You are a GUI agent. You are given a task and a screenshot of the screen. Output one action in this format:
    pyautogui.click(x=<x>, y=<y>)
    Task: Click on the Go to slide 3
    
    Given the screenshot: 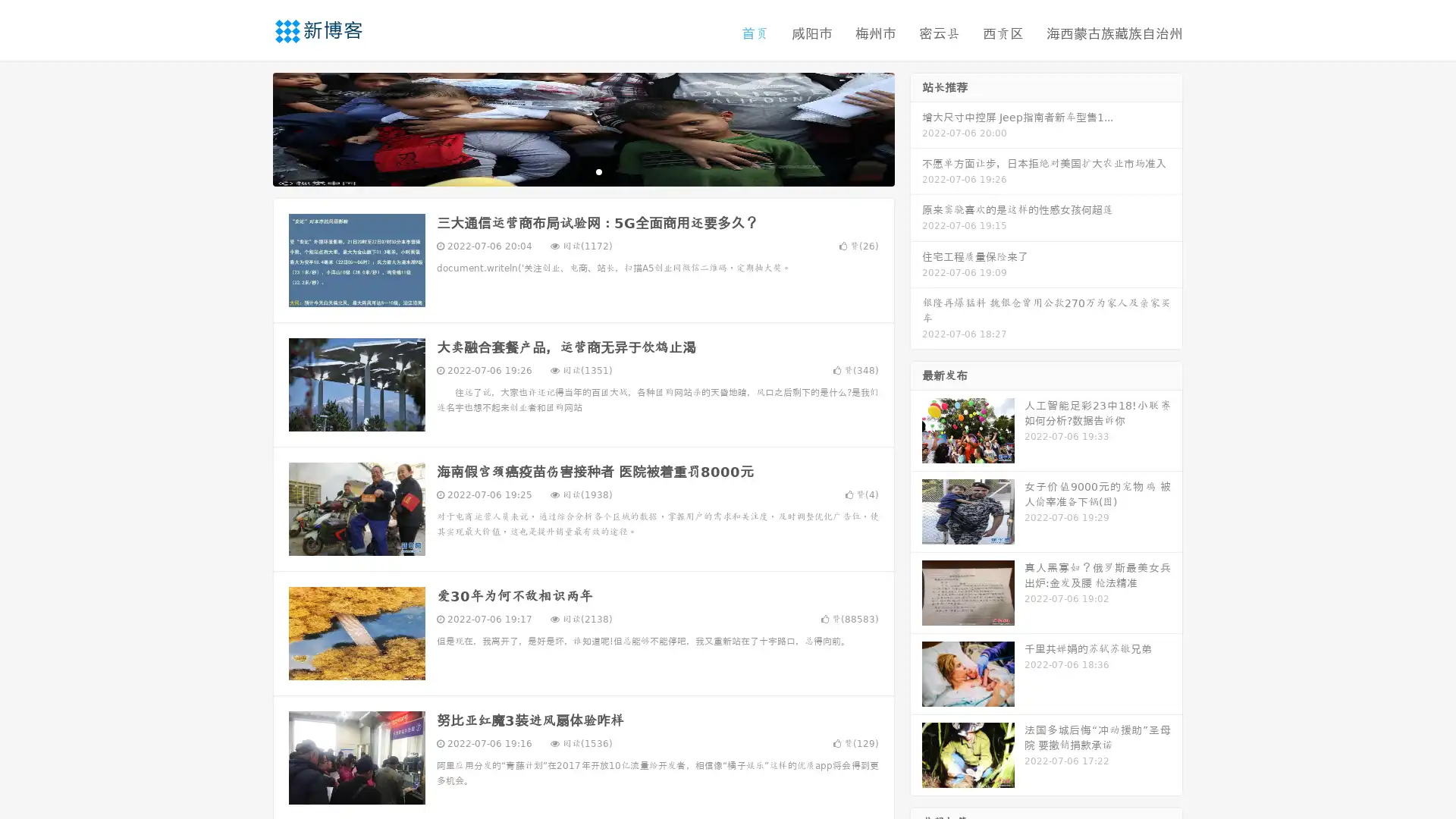 What is the action you would take?
    pyautogui.click(x=598, y=171)
    